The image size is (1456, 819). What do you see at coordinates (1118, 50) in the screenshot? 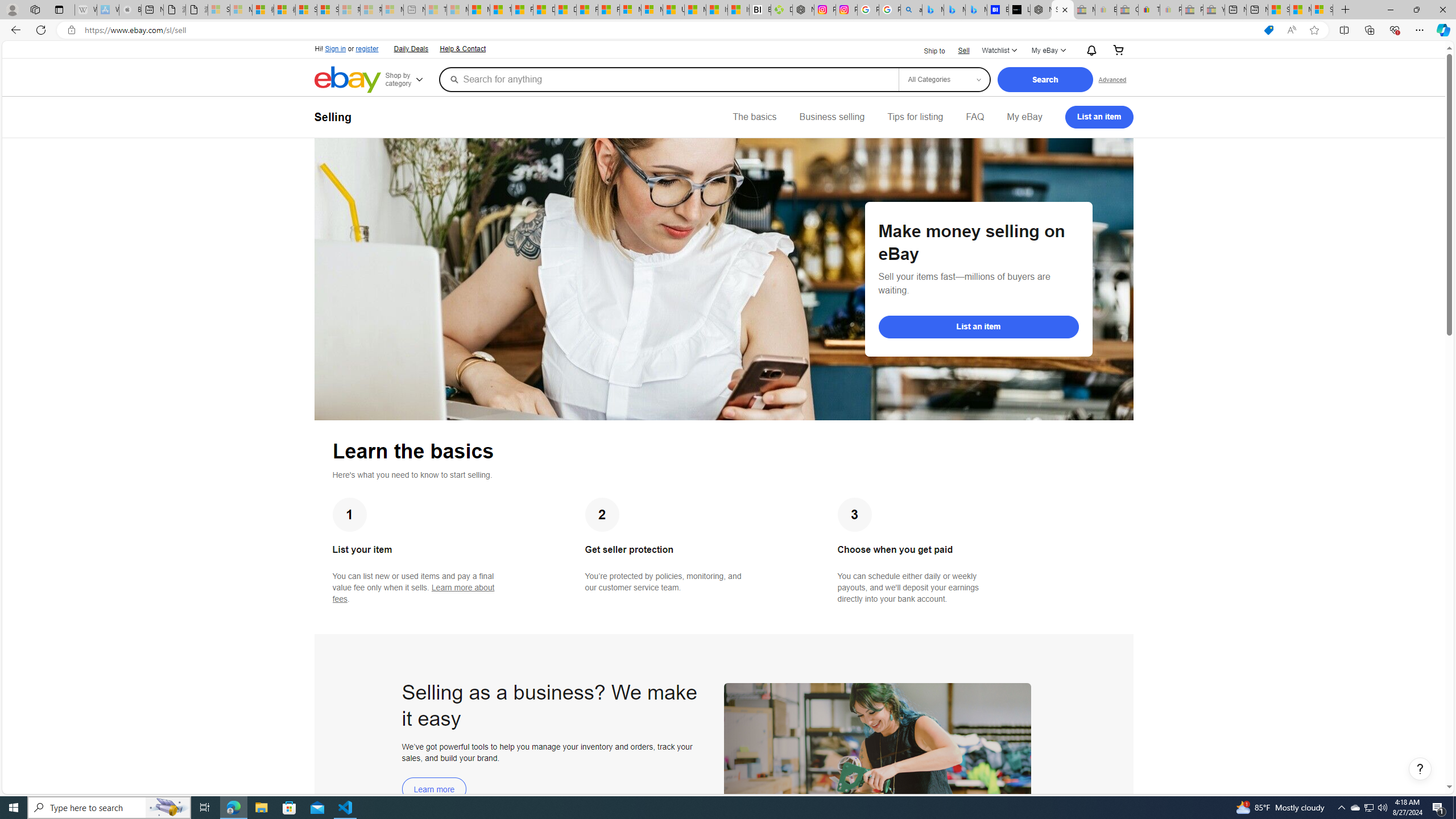
I see `'Expand Cart'` at bounding box center [1118, 50].